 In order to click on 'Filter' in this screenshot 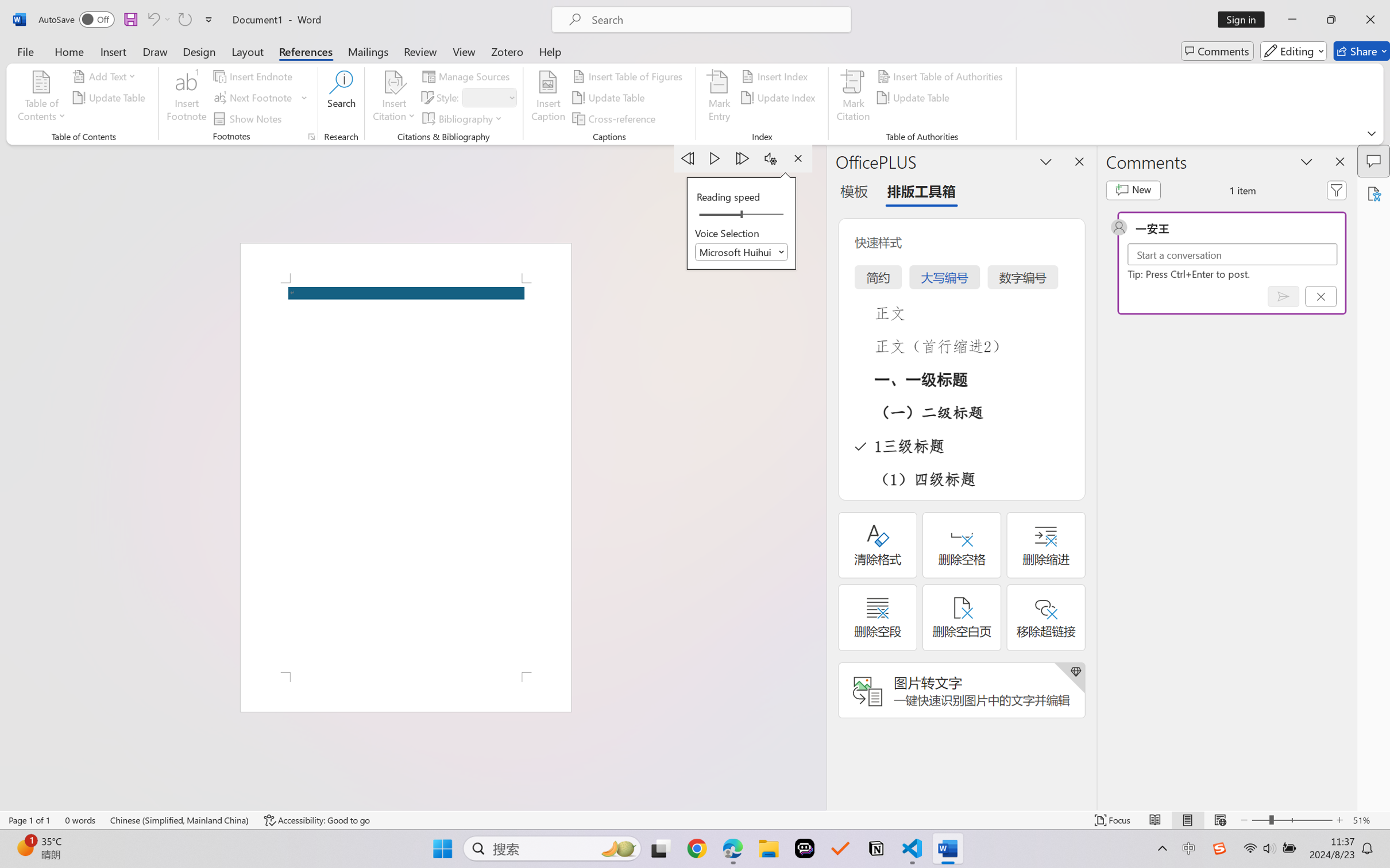, I will do `click(1337, 190)`.